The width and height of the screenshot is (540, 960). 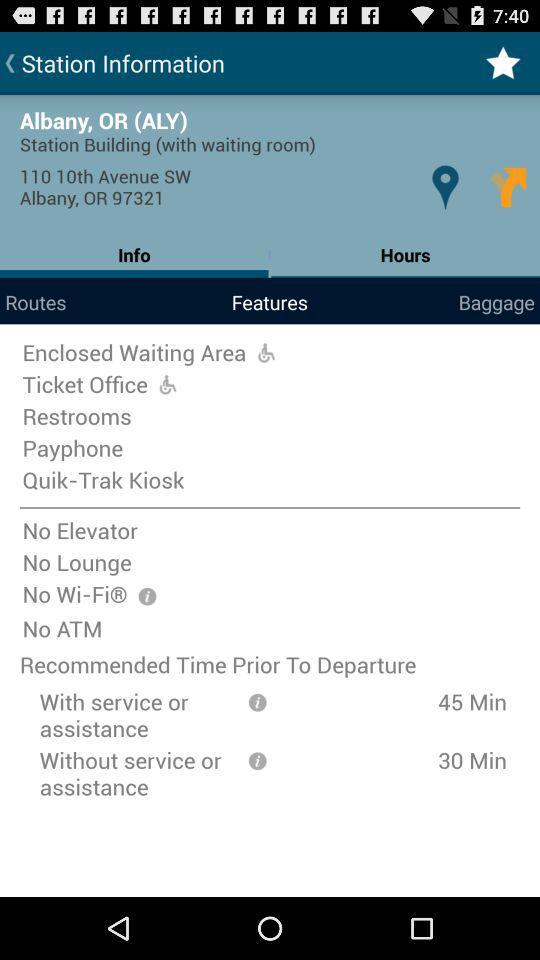 What do you see at coordinates (257, 749) in the screenshot?
I see `the info icon` at bounding box center [257, 749].